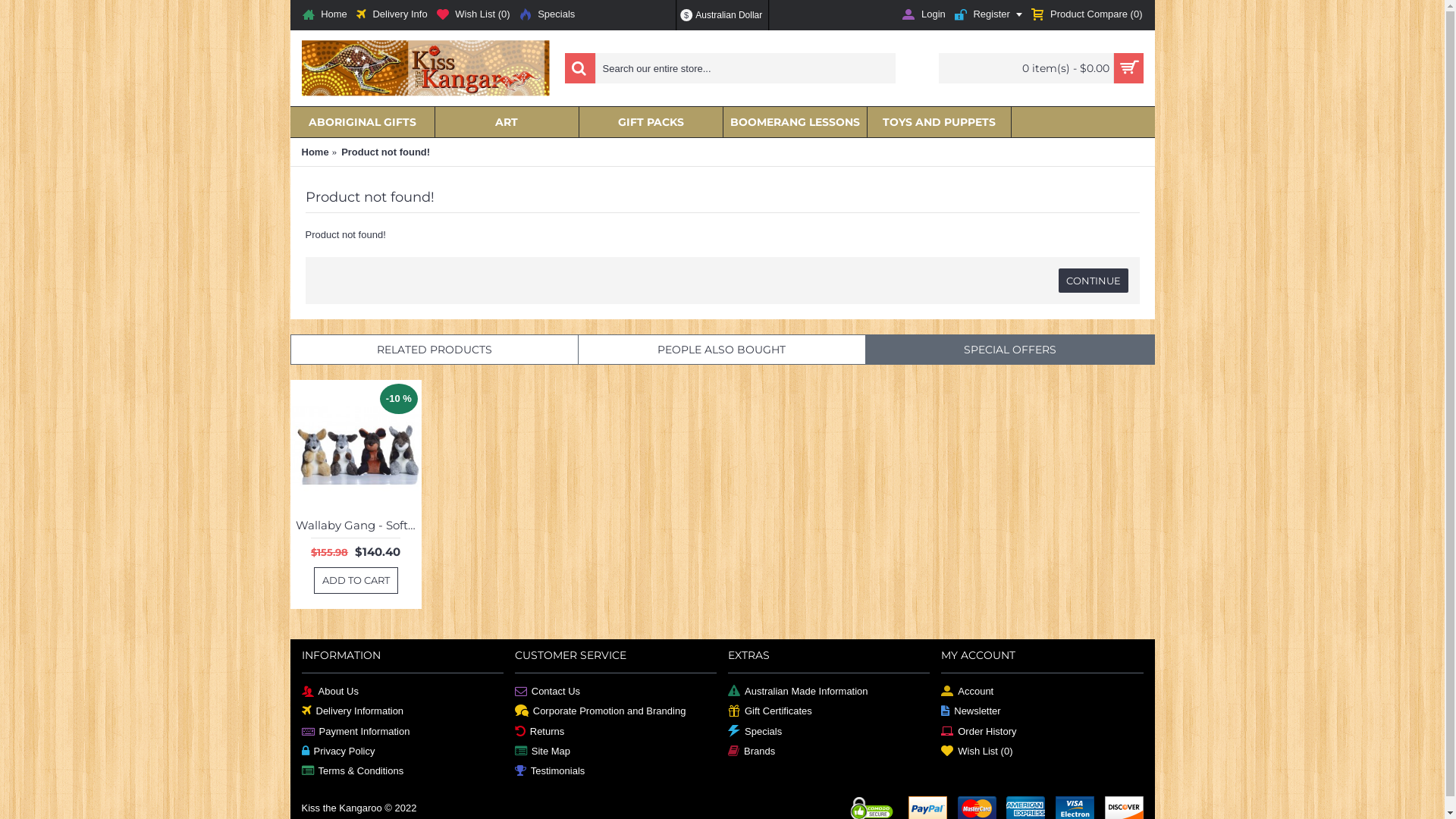  Describe the element at coordinates (354, 523) in the screenshot. I see `'Wallaby Gang - Soft Toys'` at that location.